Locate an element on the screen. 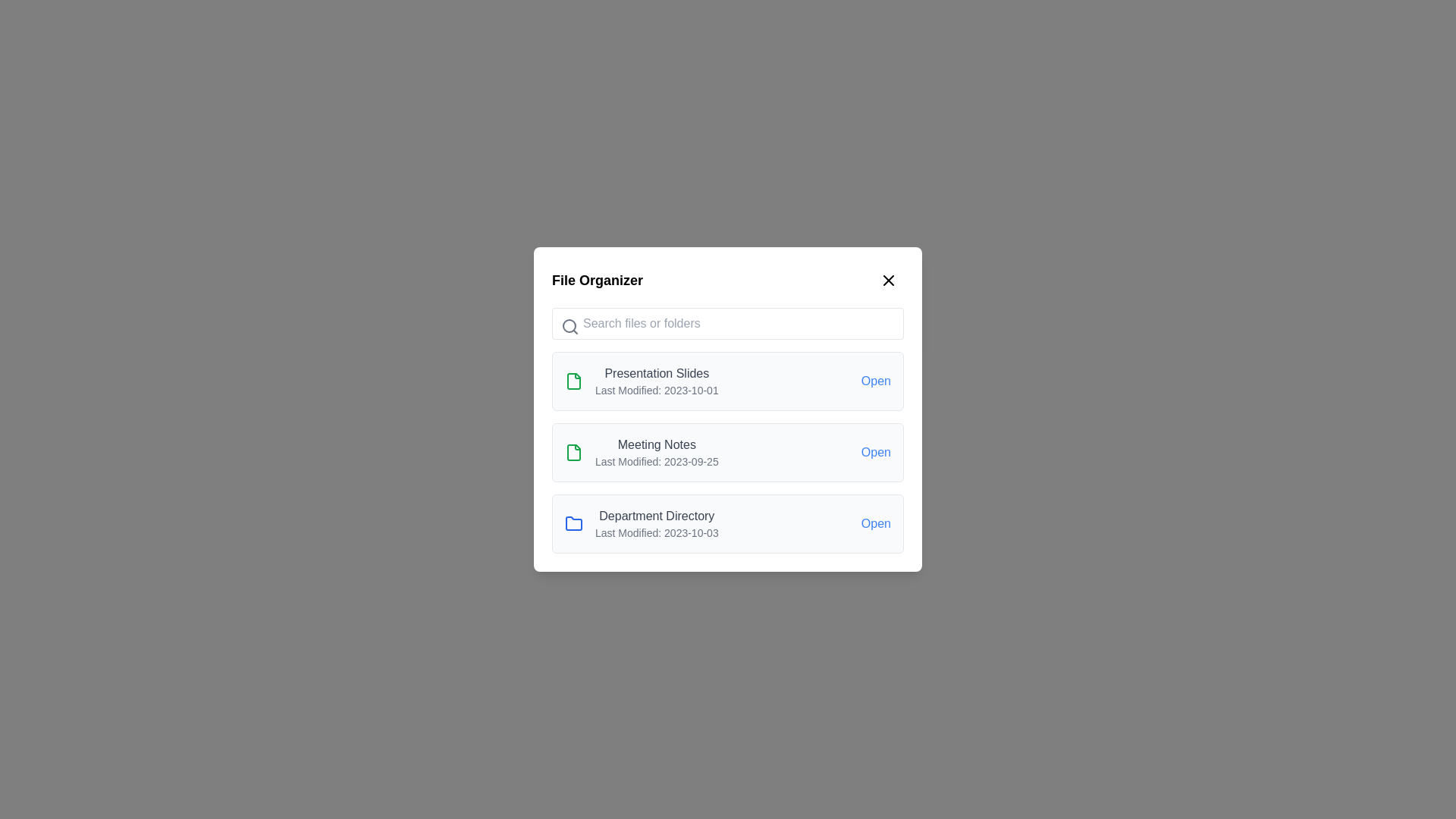 The width and height of the screenshot is (1456, 819). the 'Open' button for Meeting Notes is located at coordinates (876, 452).